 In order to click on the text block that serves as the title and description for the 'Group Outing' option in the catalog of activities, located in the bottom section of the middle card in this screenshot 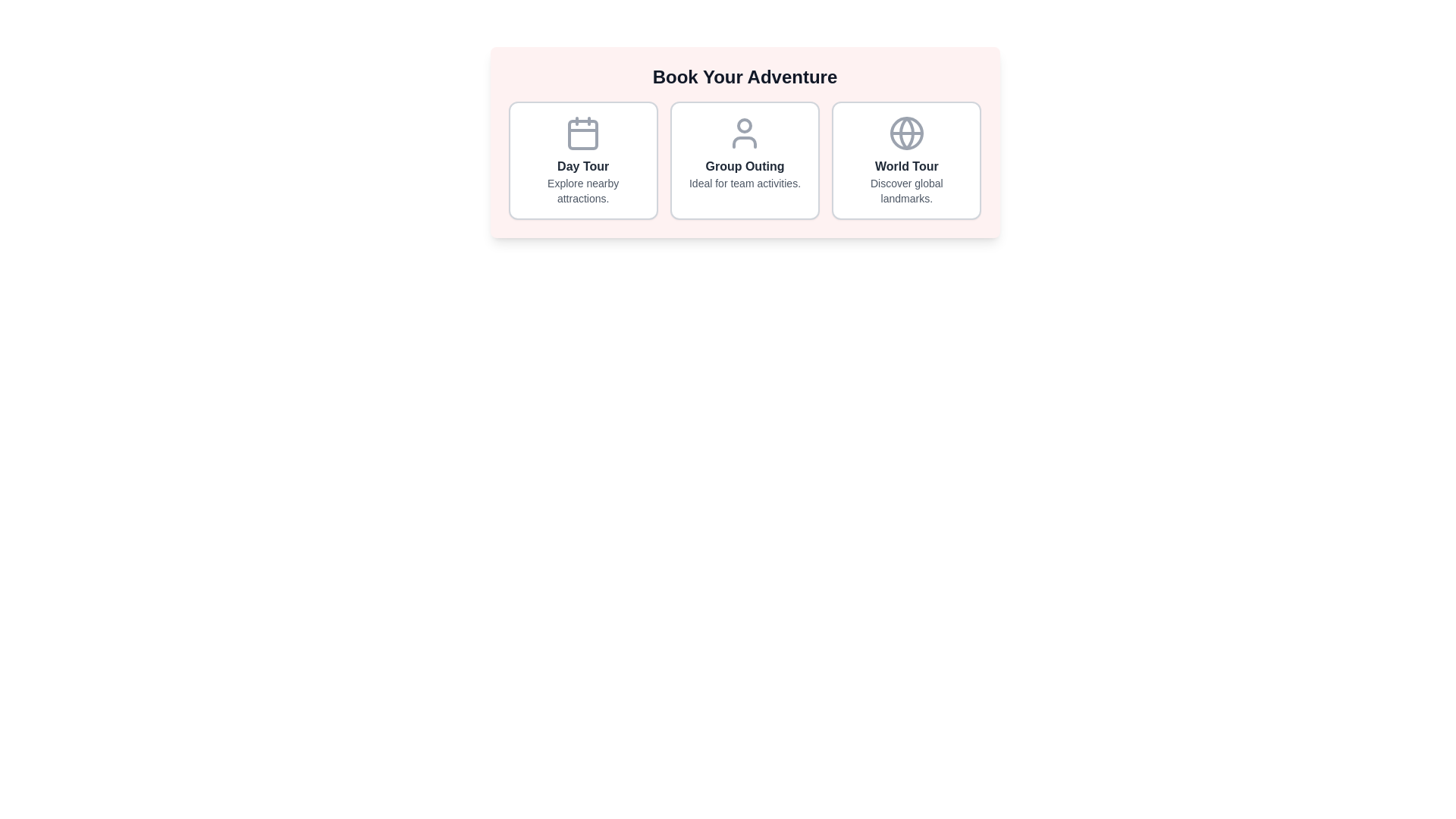, I will do `click(745, 174)`.